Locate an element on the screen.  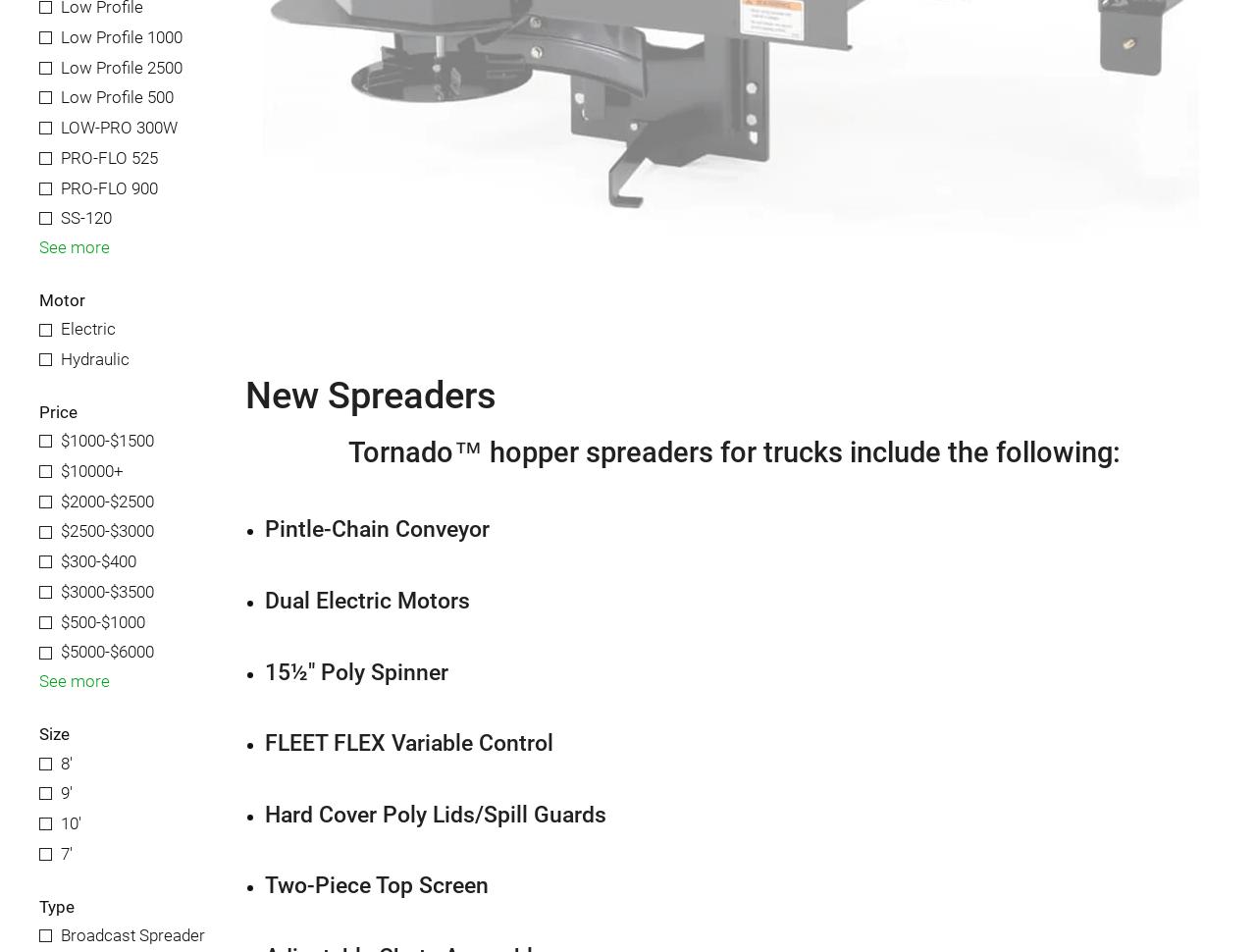
'Pintle-Chain Conveyor' is located at coordinates (377, 528).